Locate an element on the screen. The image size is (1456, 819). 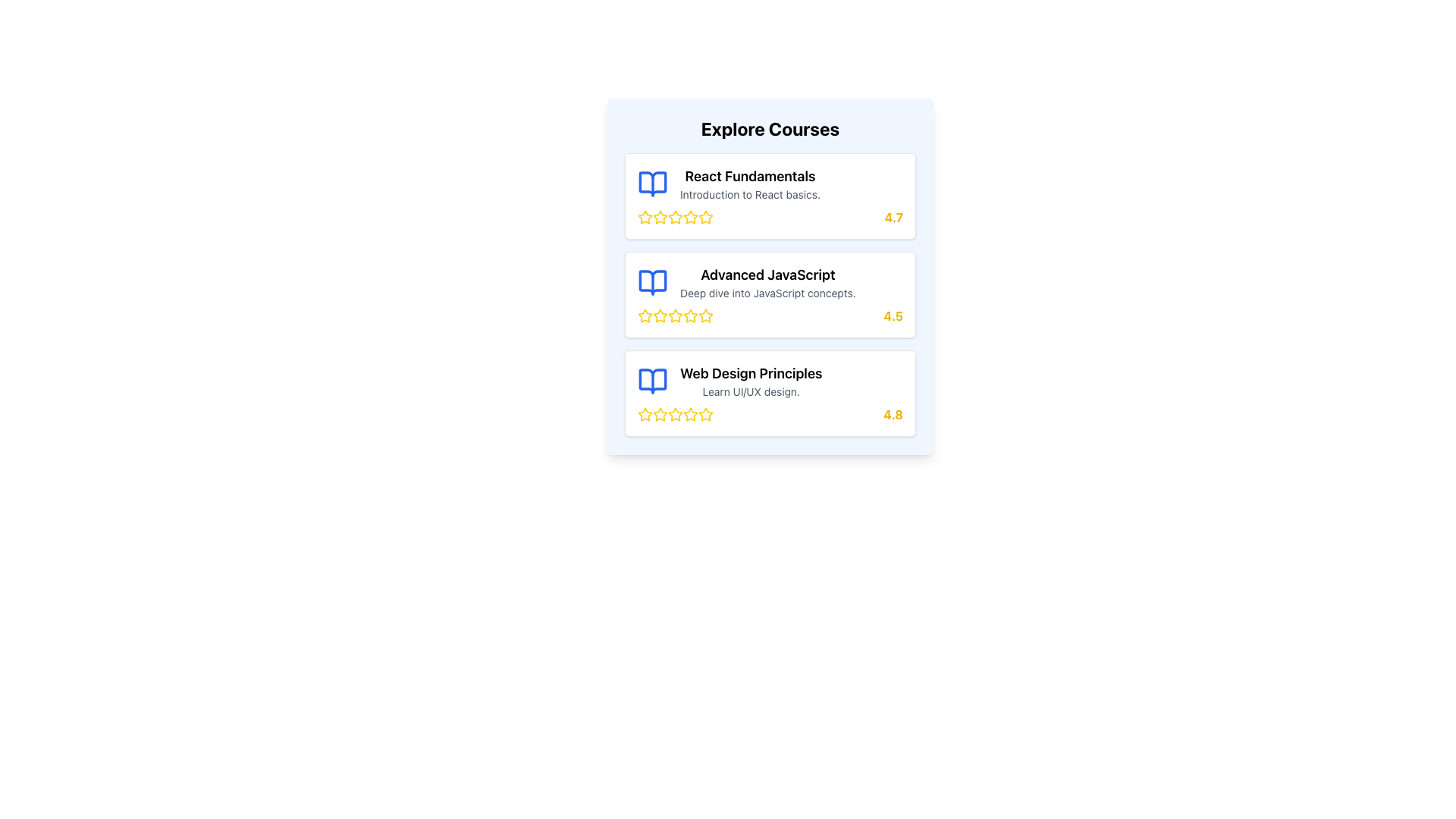
the first star icon in the Web Design Principles rating section to rate it is located at coordinates (660, 414).